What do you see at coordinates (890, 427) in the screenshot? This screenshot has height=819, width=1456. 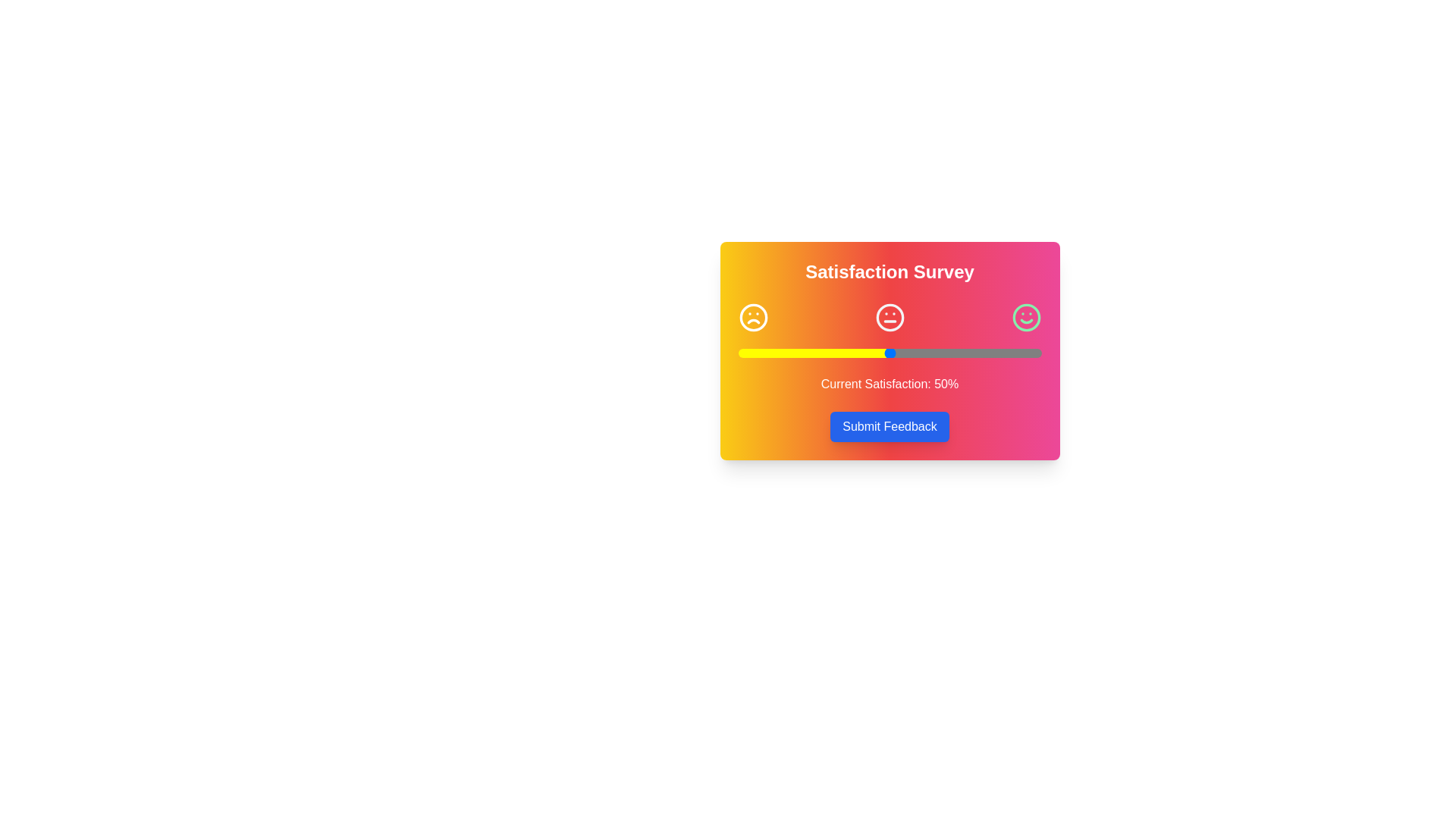 I see `the 'Submit Feedback' button to submit the satisfaction level` at bounding box center [890, 427].